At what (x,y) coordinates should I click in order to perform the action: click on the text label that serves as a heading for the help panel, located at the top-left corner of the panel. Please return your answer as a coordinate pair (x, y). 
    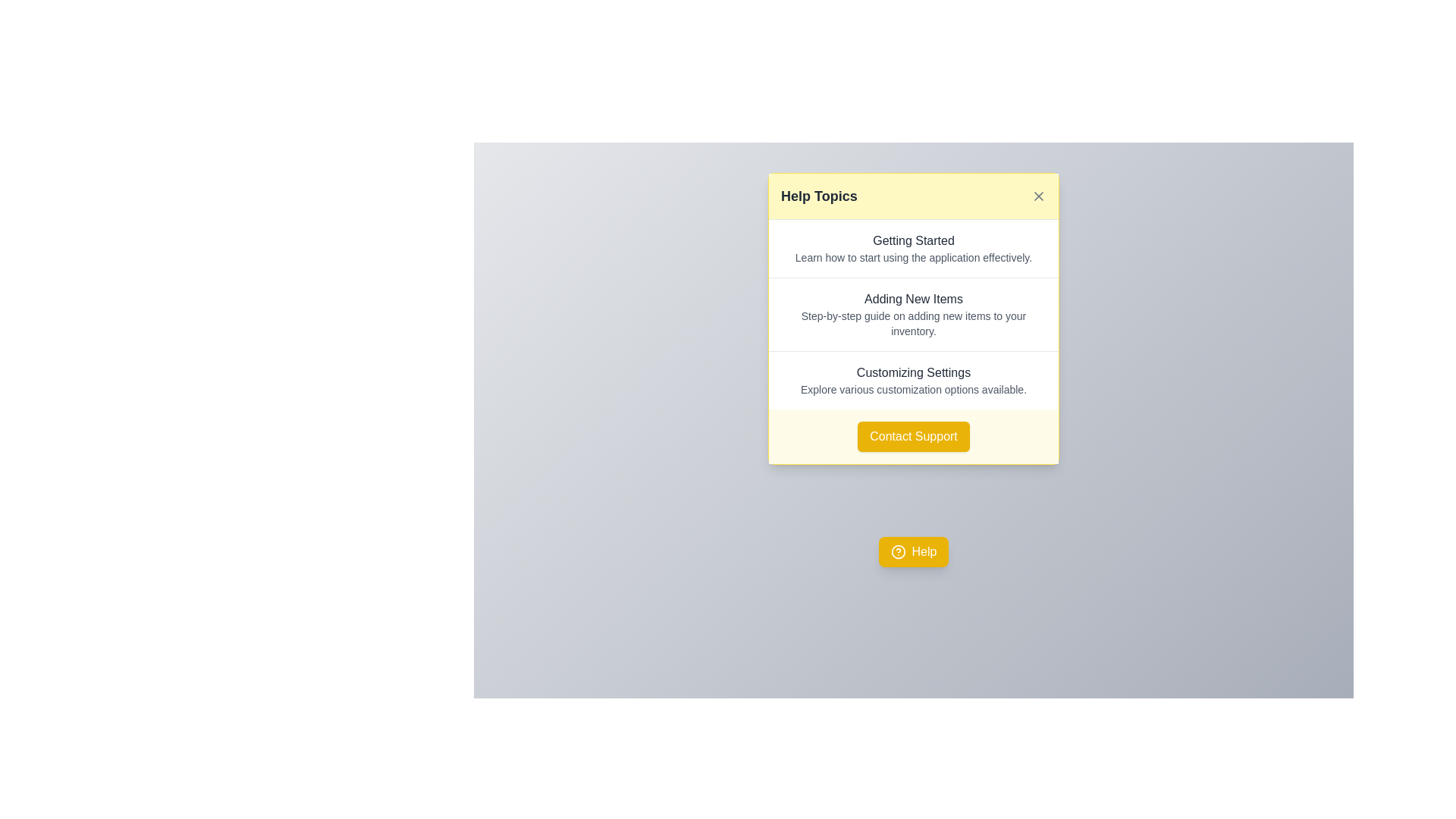
    Looking at the image, I should click on (818, 195).